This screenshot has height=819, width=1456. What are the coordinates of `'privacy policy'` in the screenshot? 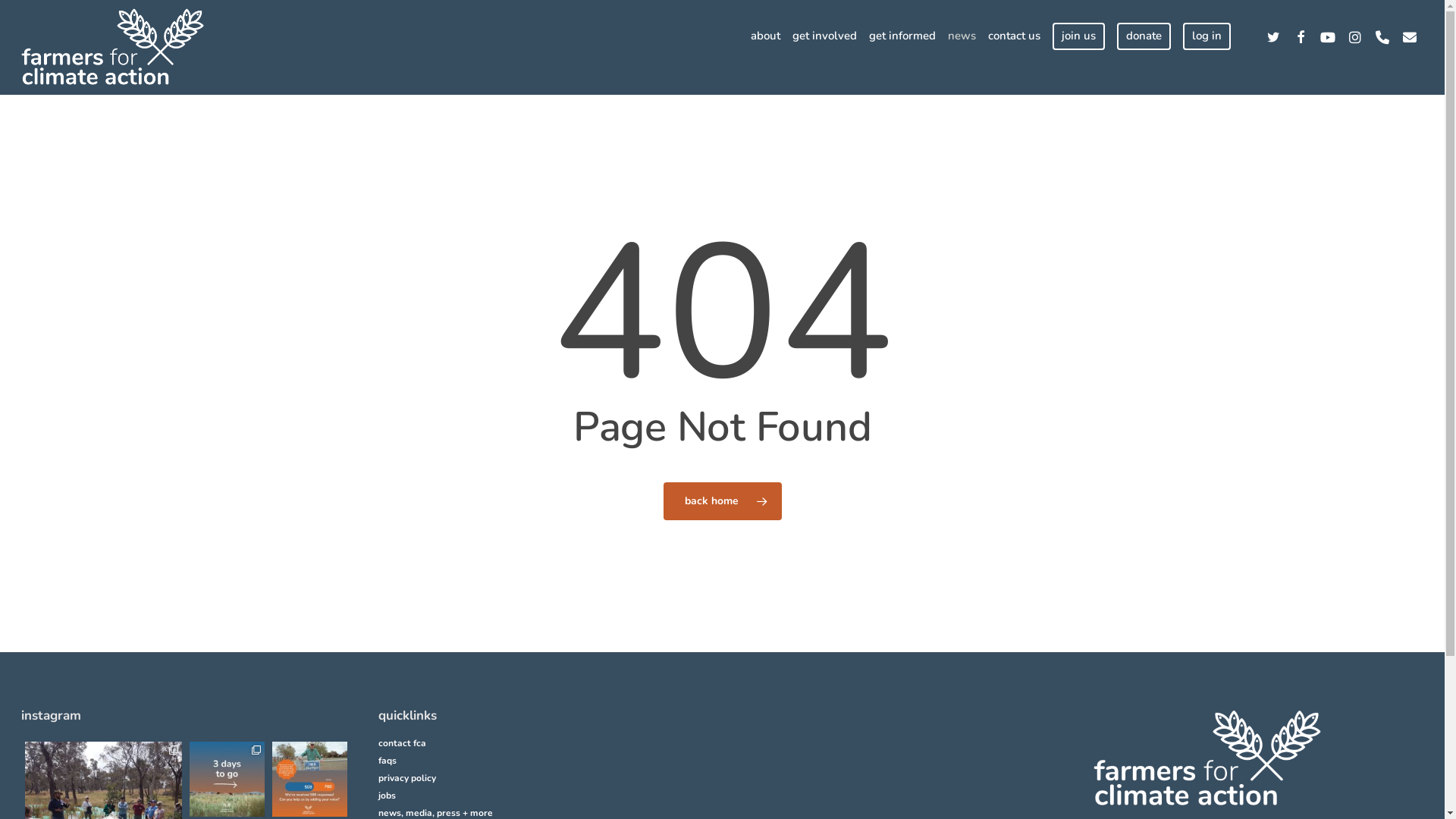 It's located at (543, 778).